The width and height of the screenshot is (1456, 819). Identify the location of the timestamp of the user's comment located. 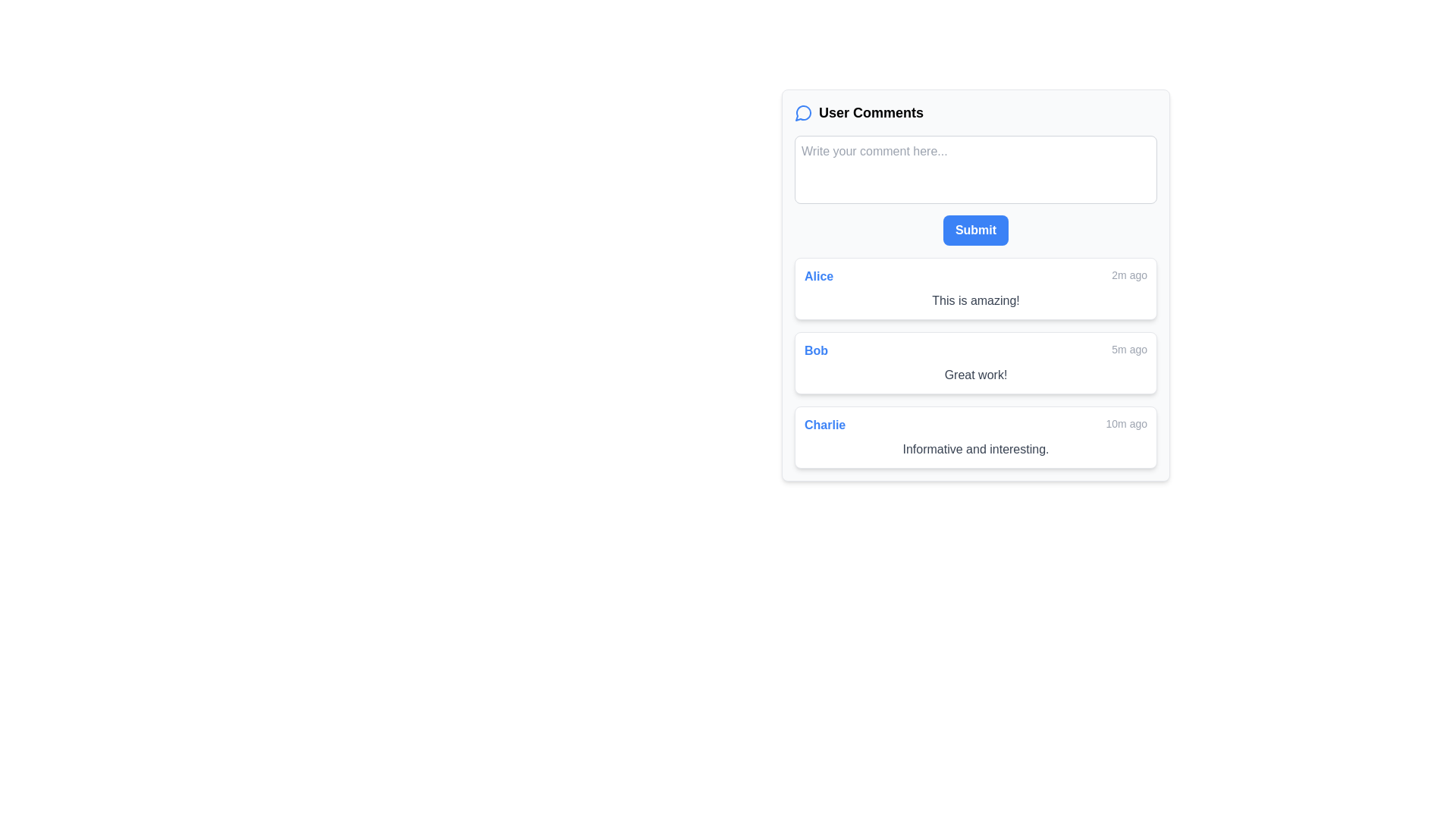
(975, 362).